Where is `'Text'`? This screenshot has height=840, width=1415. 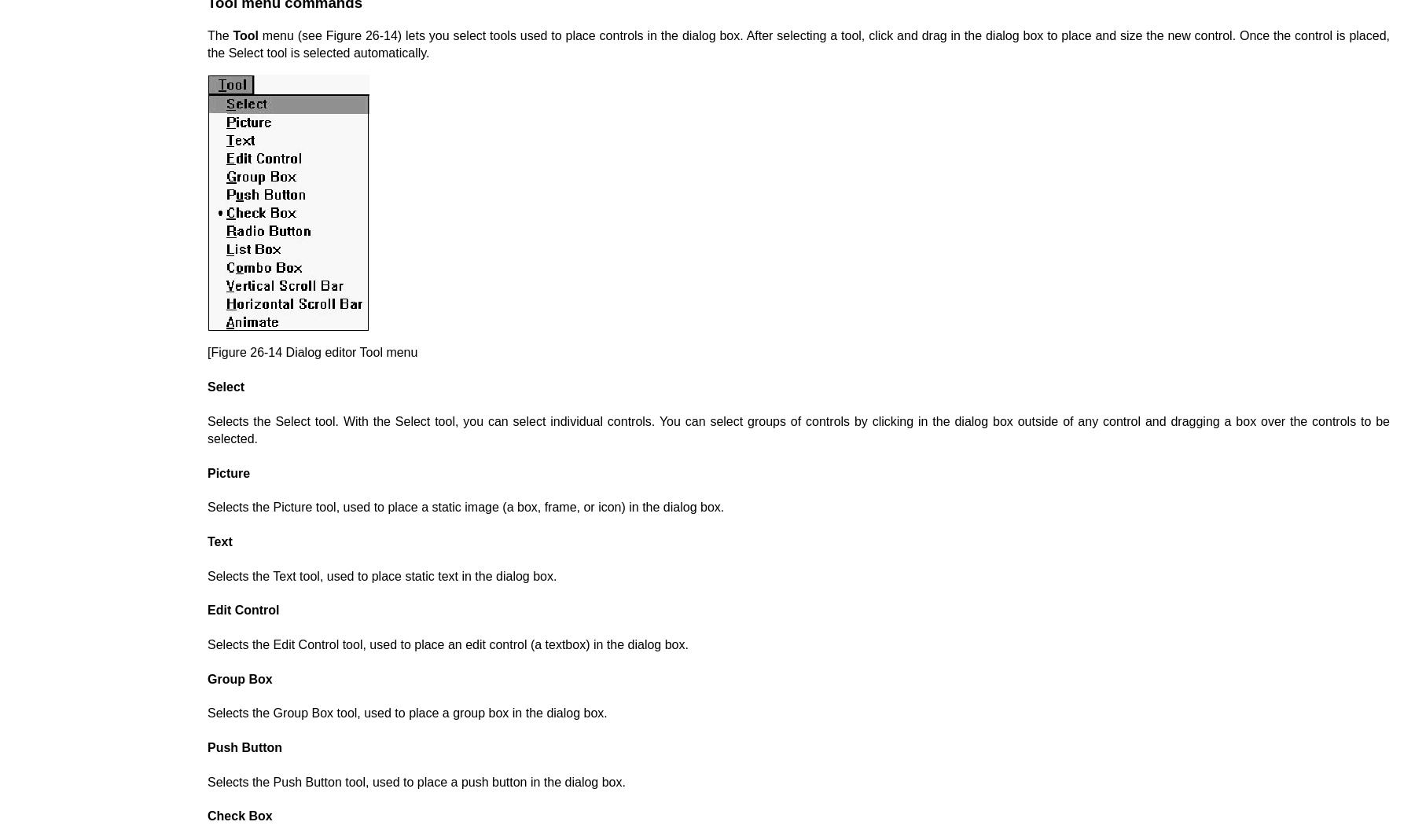
'Text' is located at coordinates (207, 541).